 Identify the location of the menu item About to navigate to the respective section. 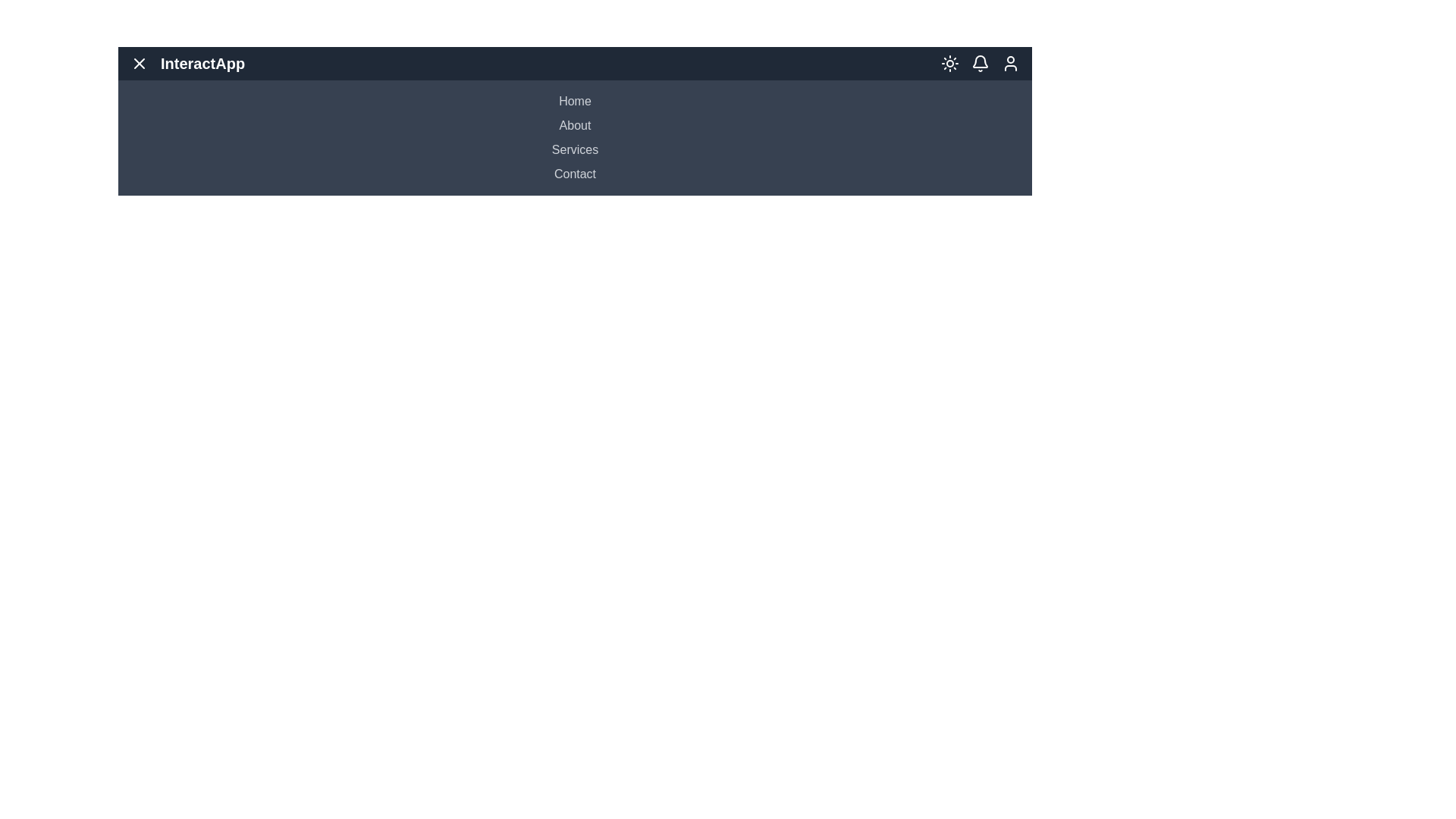
(574, 124).